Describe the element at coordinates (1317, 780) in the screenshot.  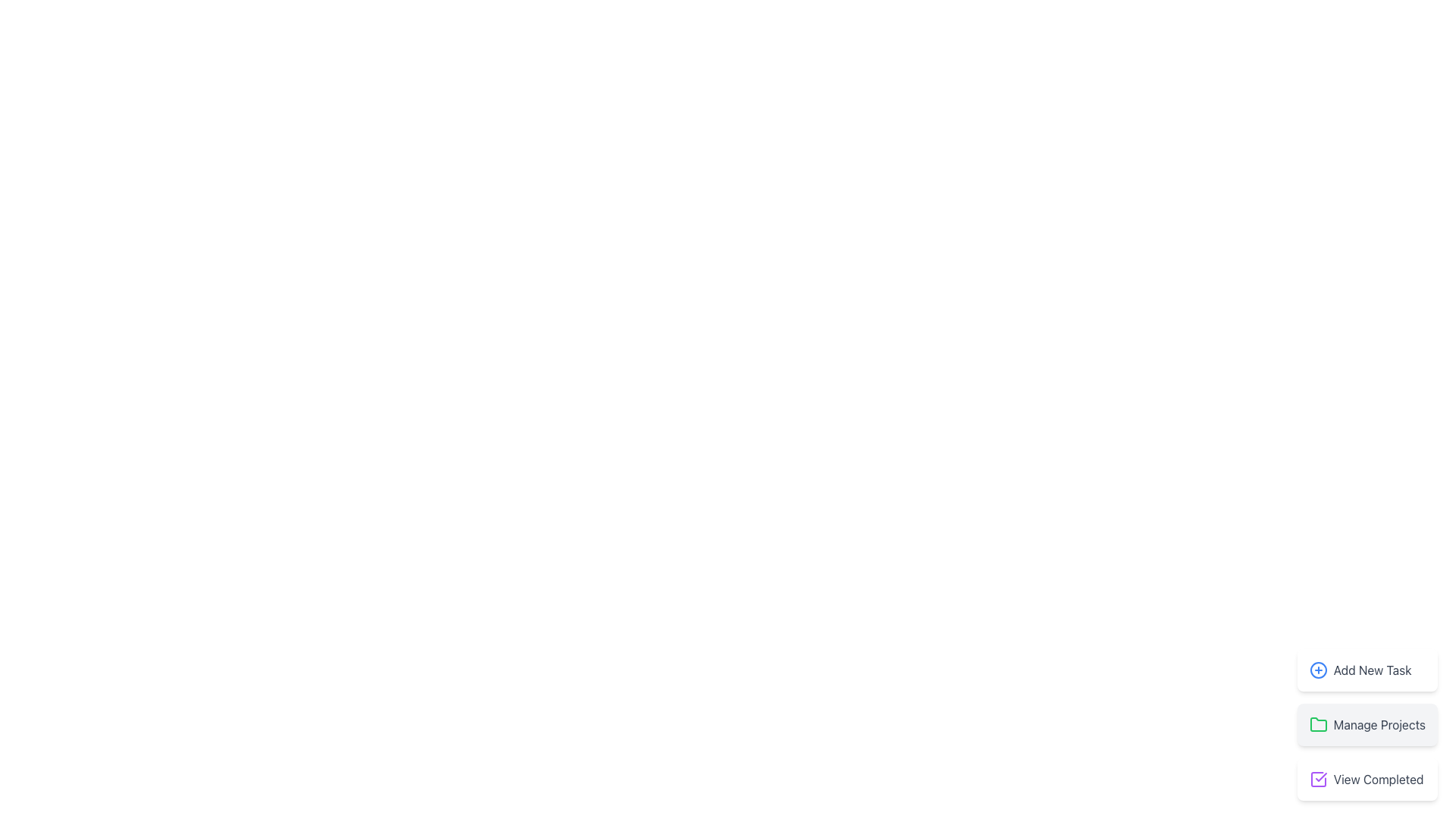
I see `the rectangular icon with a purple outline and a check mark inside, located in the right-side column of options, beneath 'Manage Projects' and above 'View Completed'` at that location.